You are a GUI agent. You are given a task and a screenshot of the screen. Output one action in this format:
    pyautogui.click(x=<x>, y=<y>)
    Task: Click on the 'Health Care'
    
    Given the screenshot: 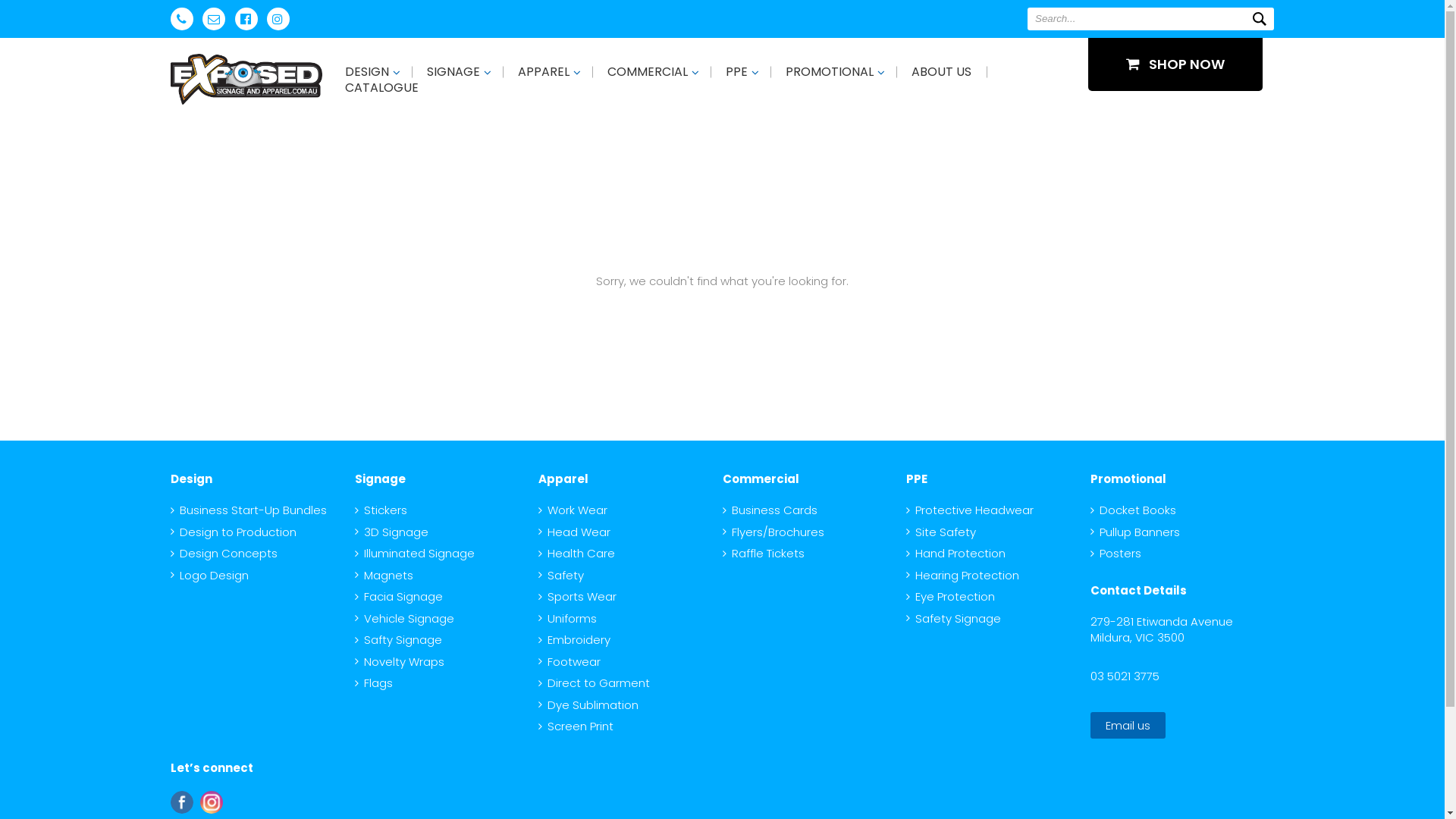 What is the action you would take?
    pyautogui.click(x=576, y=553)
    